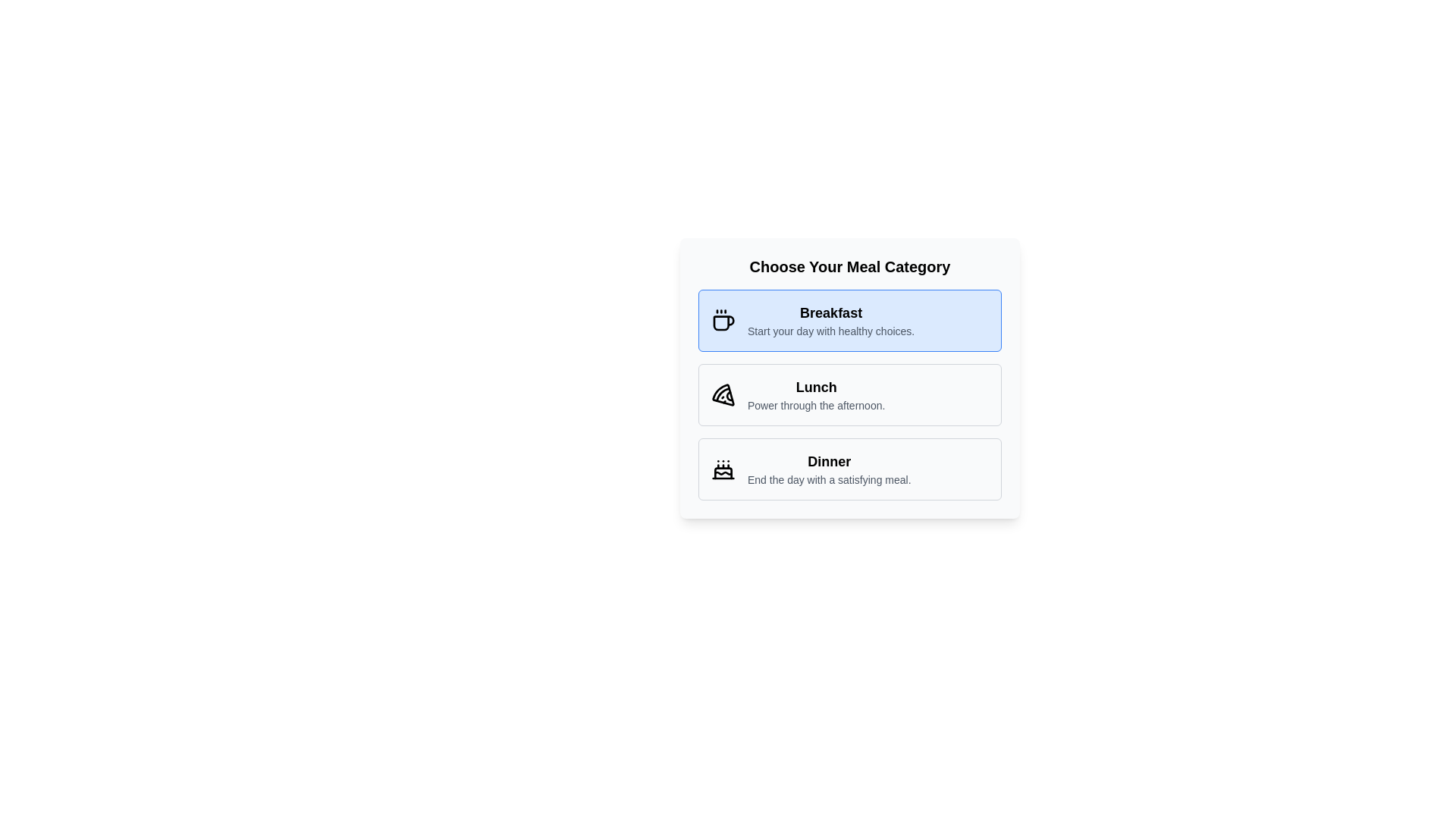 The image size is (1456, 819). I want to click on the text label that reads 'Start your day with healthy choices.' which is styled with a gray-colored font and located directly below the 'Breakfast' heading, so click(830, 330).